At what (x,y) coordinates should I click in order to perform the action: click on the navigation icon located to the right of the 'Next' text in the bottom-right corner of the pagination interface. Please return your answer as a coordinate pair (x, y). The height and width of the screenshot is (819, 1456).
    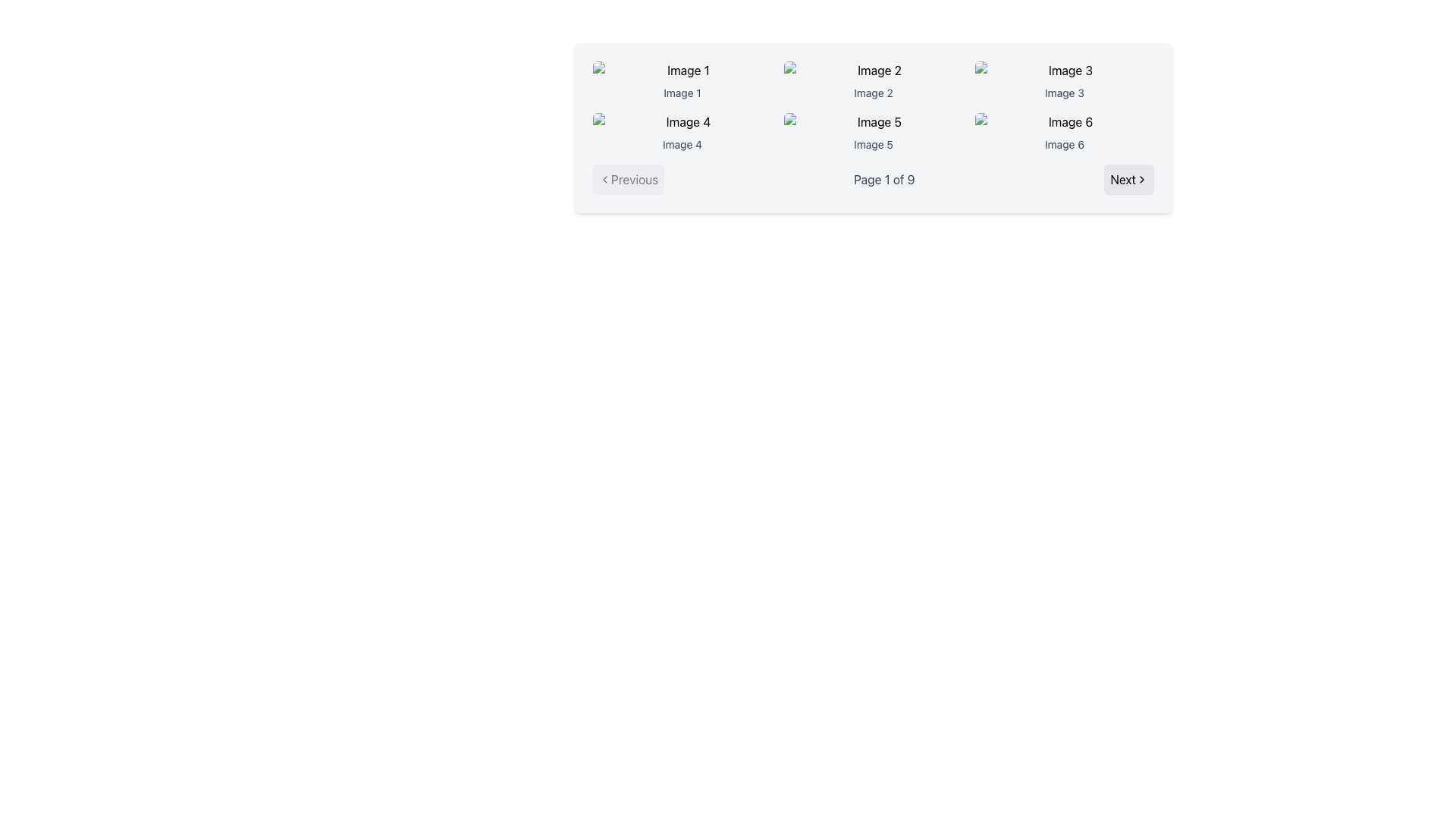
    Looking at the image, I should click on (1142, 178).